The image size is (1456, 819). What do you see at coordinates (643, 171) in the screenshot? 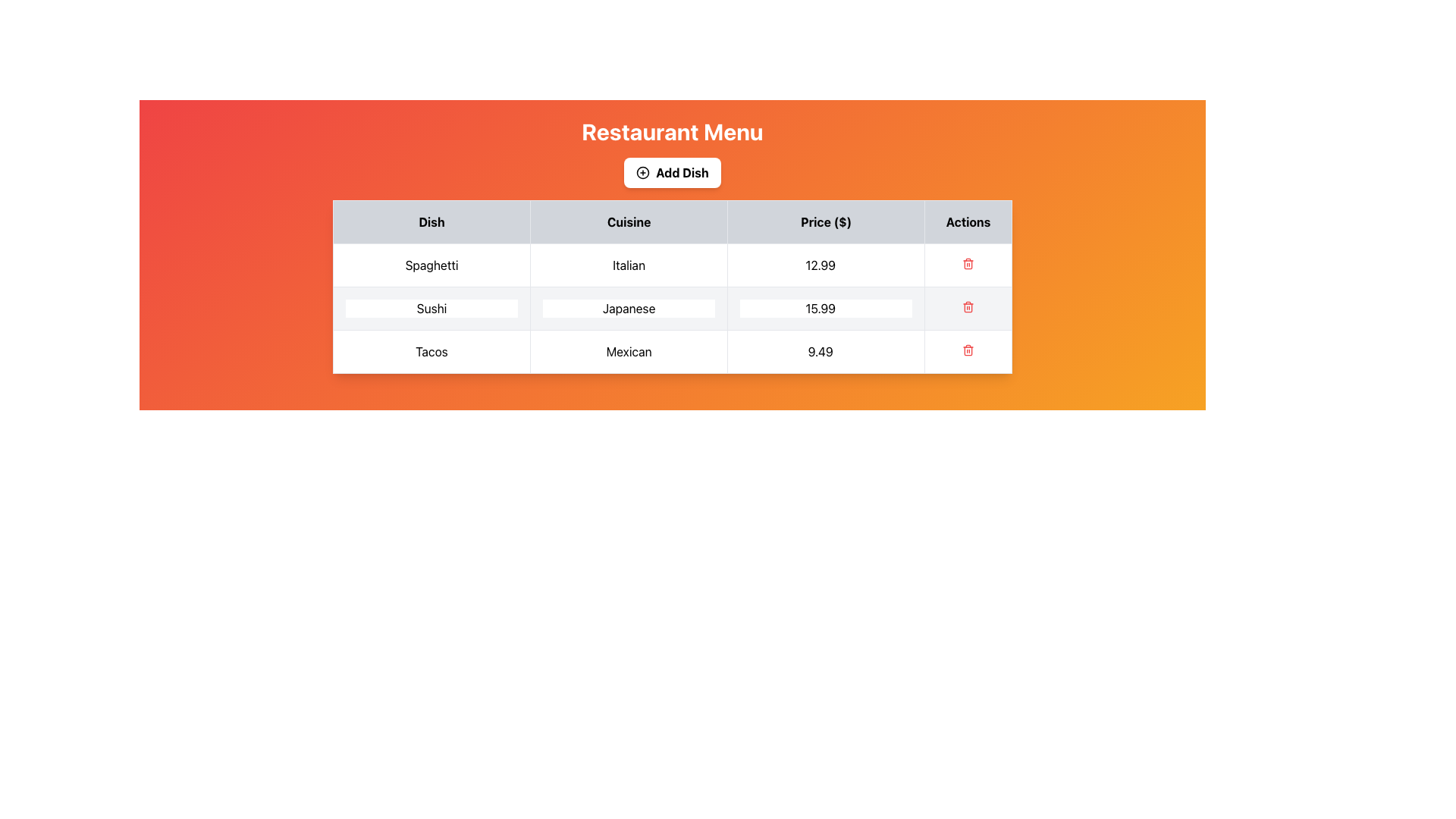
I see `the circular icon with a plus sign (+) inside it` at bounding box center [643, 171].